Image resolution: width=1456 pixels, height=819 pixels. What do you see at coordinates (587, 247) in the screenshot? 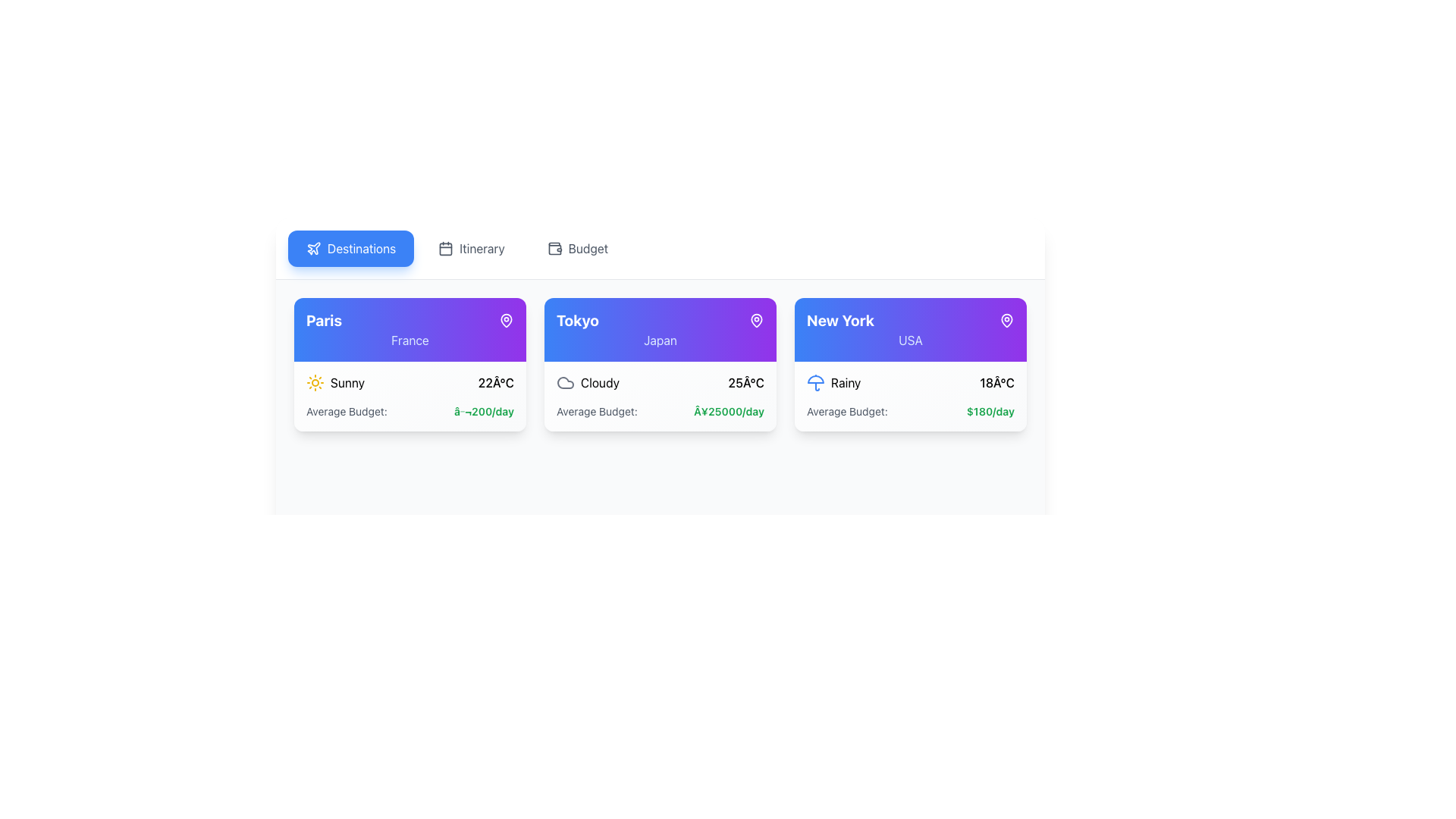
I see `the 'Budget' text label in the navigation bar` at bounding box center [587, 247].